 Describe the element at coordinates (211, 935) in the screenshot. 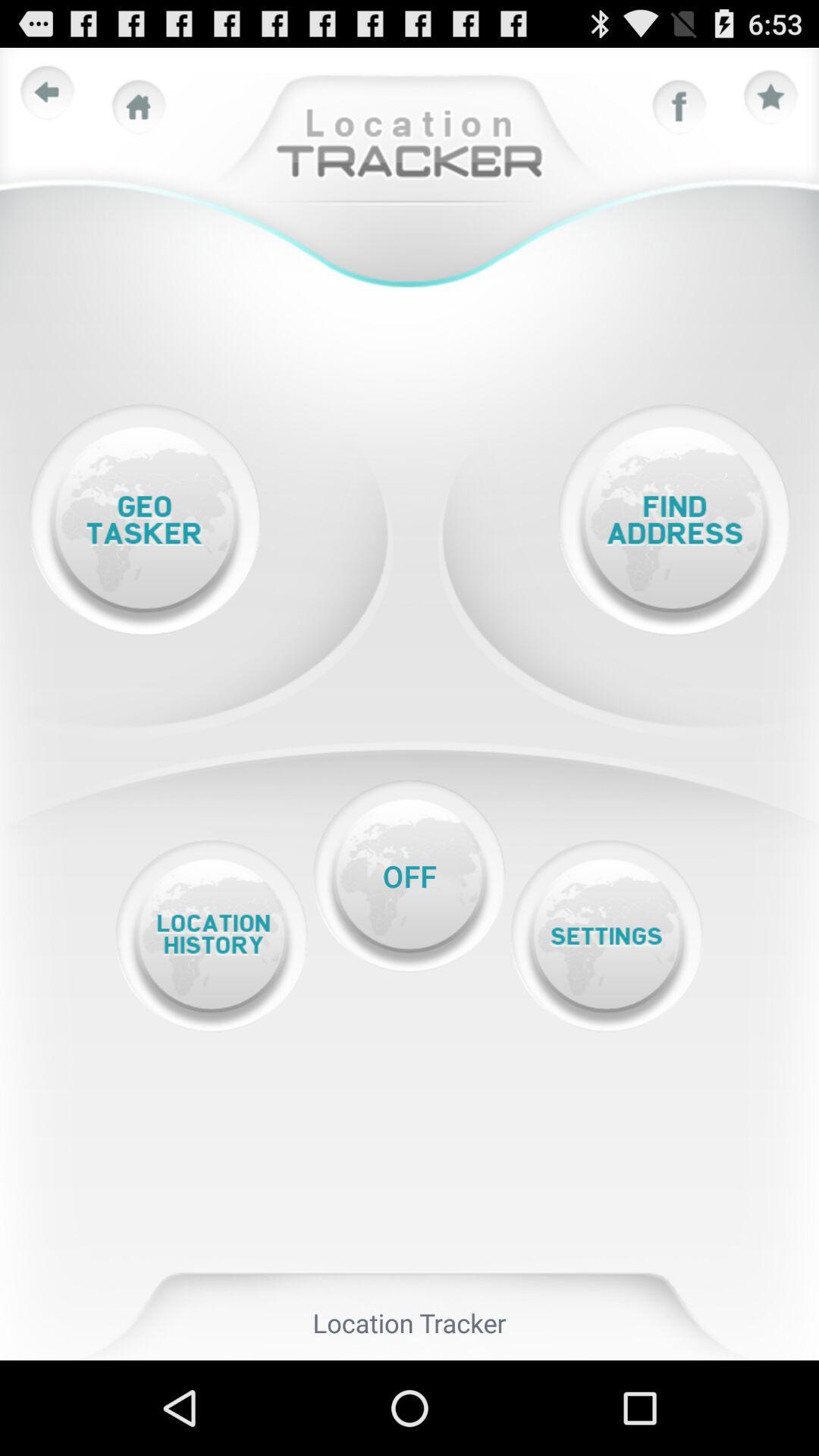

I see `location history` at that location.